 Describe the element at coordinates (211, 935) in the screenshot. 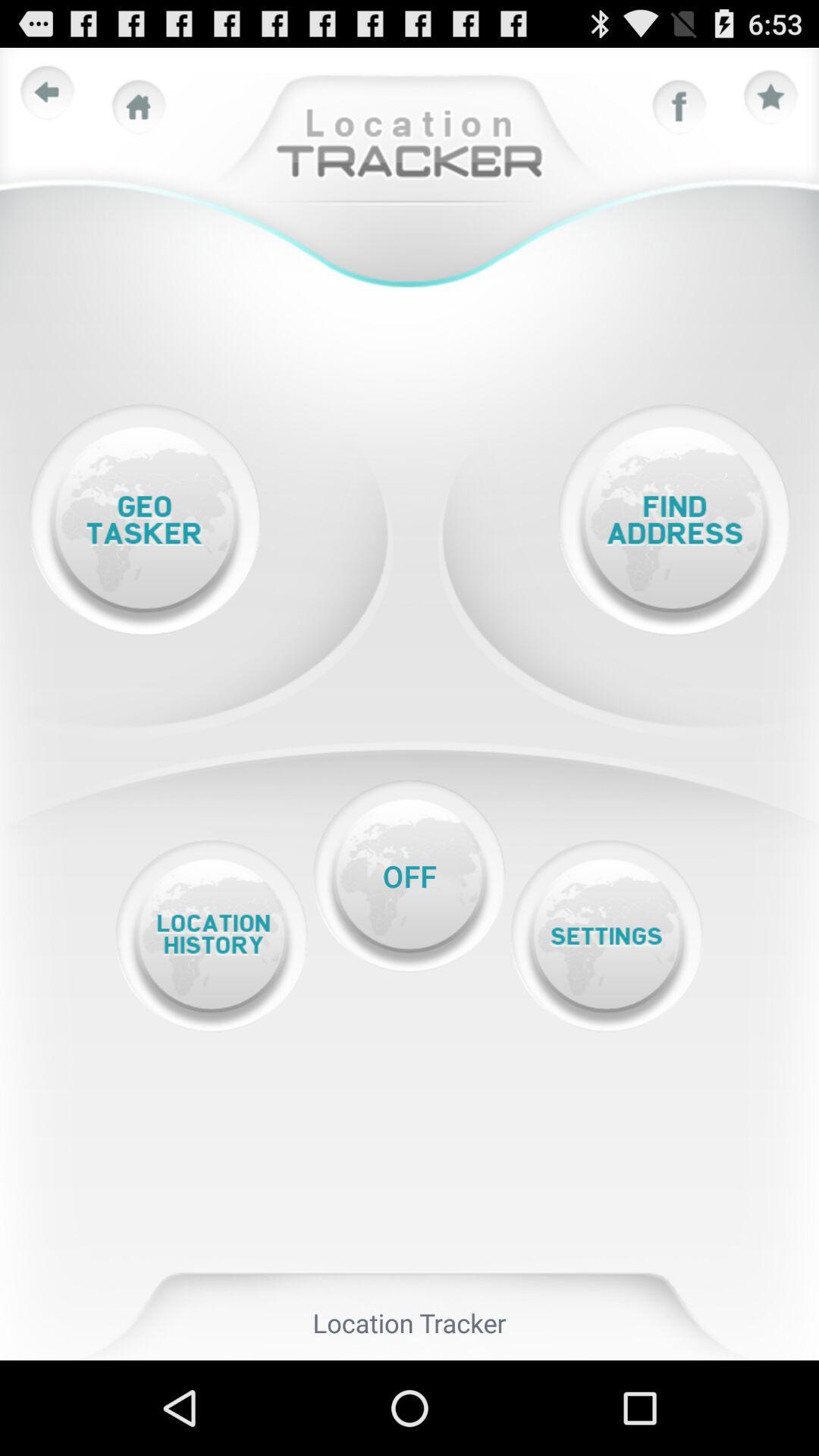

I see `location history` at that location.